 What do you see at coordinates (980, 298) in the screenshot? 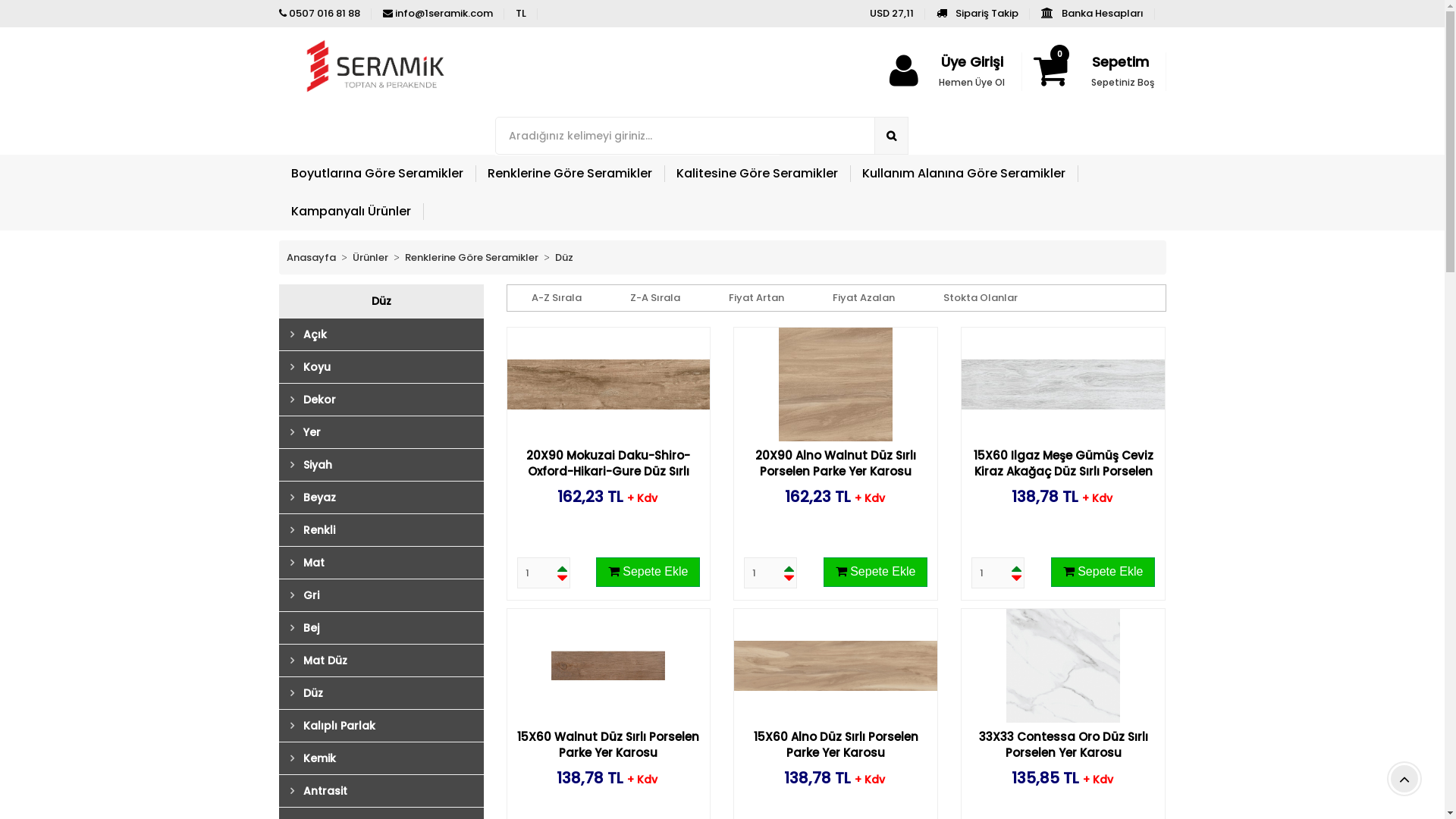
I see `'Stokta Olanlar'` at bounding box center [980, 298].